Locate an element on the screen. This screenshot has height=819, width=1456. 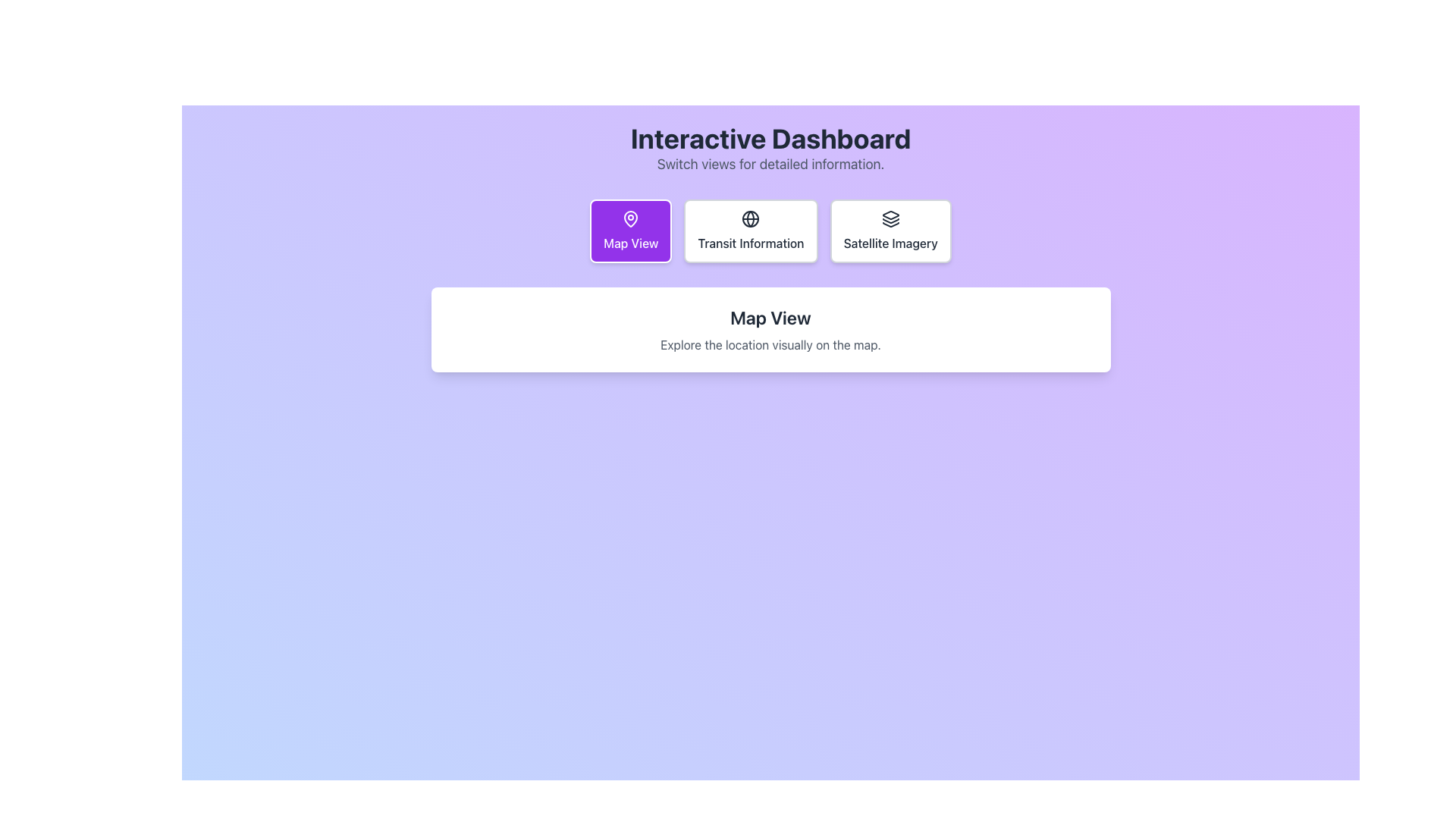
the central button in the middle section of the interface that switches to 'Transit Information' is located at coordinates (751, 231).